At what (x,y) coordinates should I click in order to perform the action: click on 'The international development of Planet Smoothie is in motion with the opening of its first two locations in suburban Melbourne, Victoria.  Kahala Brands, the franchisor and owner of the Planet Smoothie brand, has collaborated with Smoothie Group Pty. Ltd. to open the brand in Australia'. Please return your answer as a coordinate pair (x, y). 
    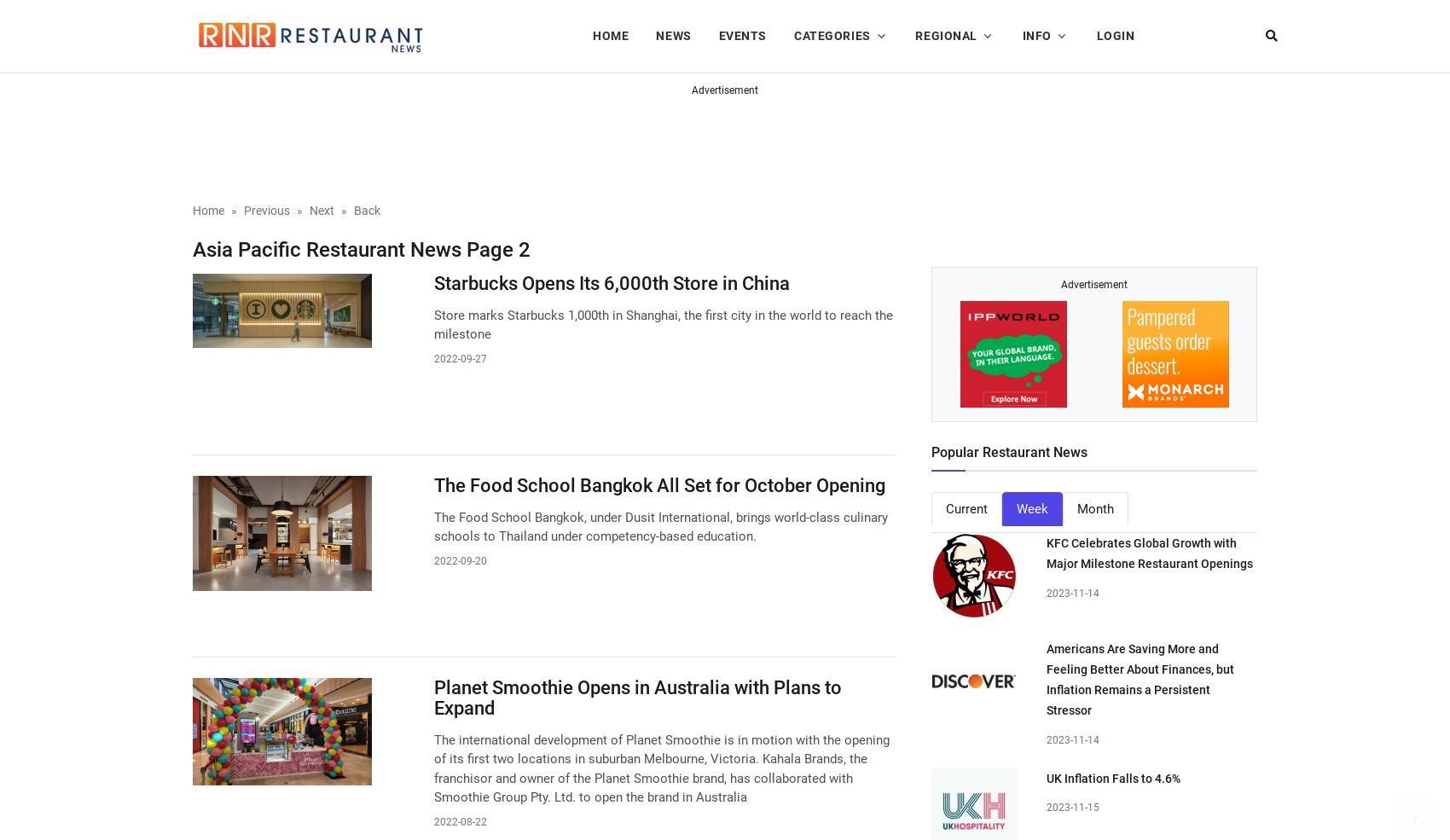
    Looking at the image, I should click on (660, 768).